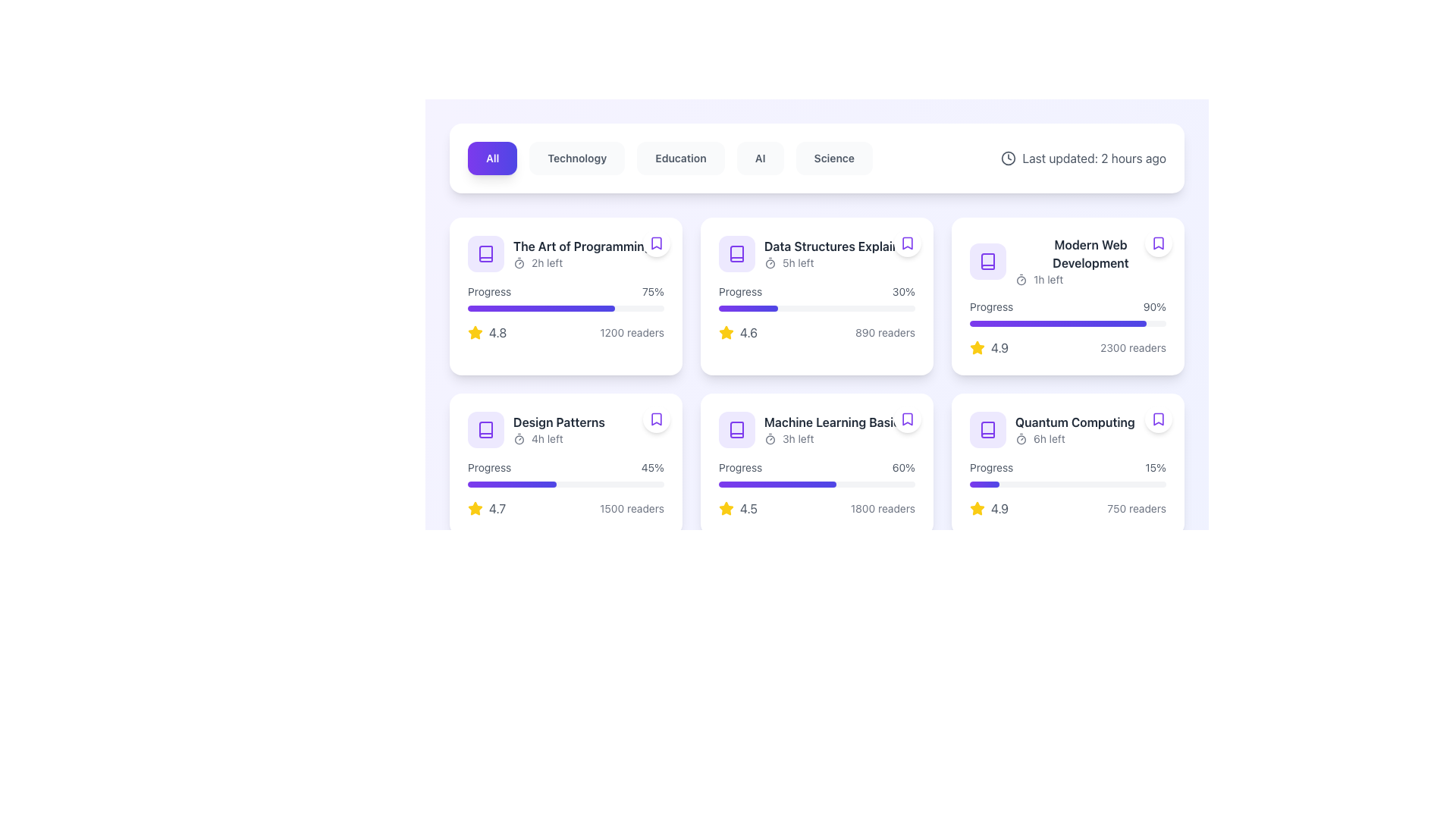  I want to click on the leftmost segment of the progress bar indicating 15% completion under the 'Quantum Computing' card in the bottom-right corner of the grid layout, so click(984, 485).